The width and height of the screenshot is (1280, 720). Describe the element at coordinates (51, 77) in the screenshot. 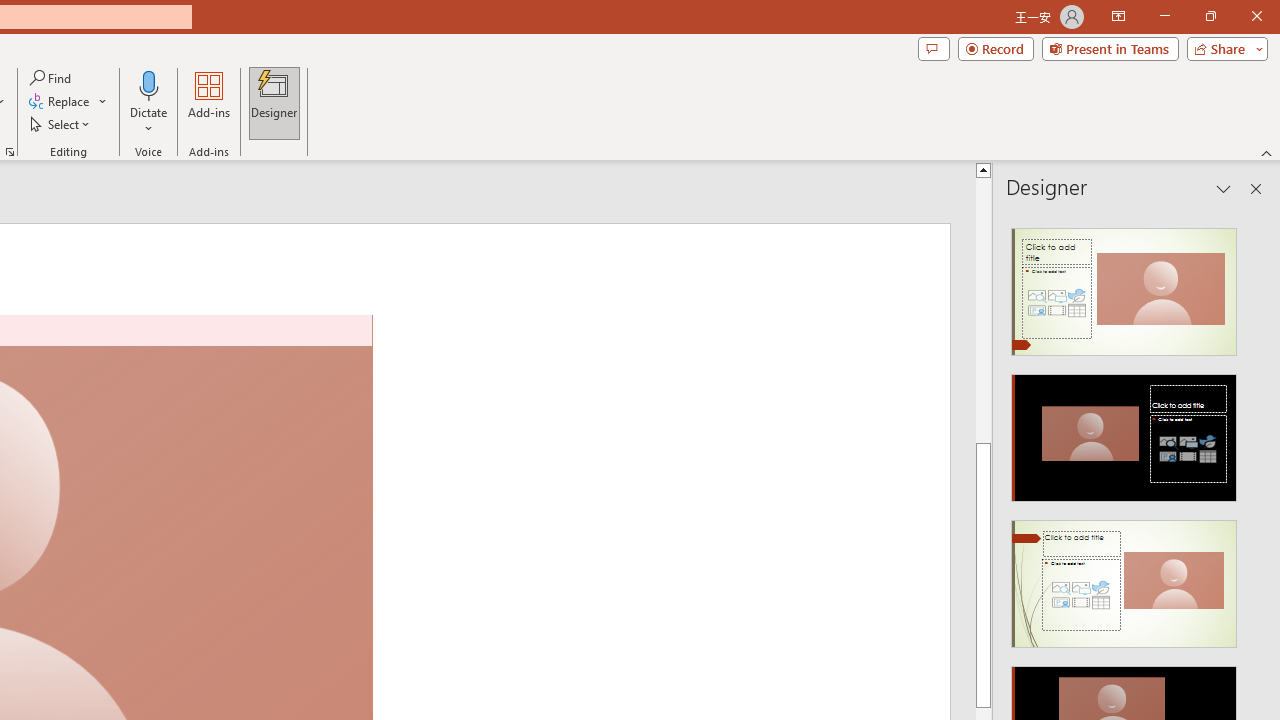

I see `'Find...'` at that location.